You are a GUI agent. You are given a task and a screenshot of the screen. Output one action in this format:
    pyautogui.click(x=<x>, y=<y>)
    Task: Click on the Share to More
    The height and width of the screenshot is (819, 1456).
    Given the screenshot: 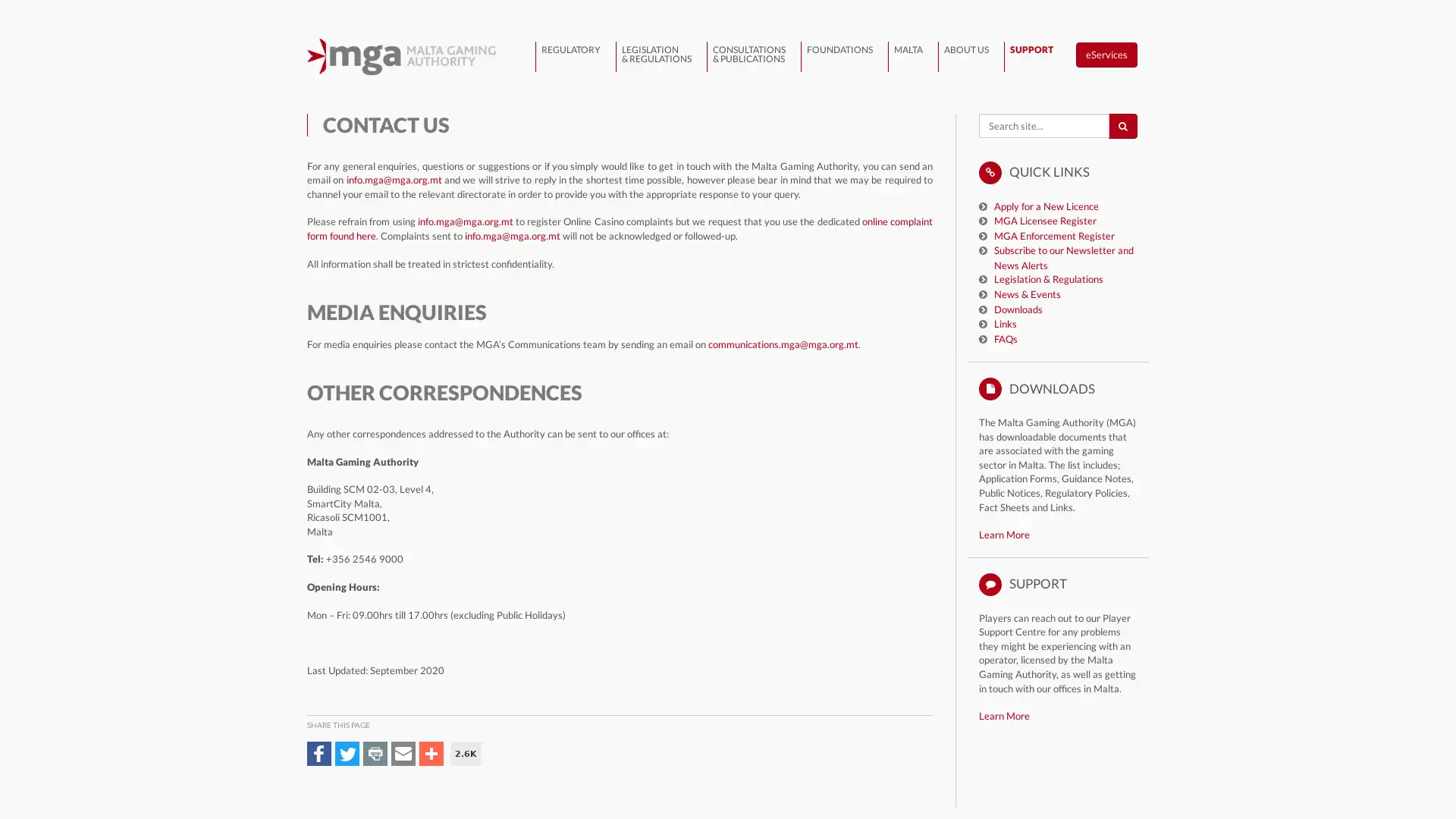 What is the action you would take?
    pyautogui.click(x=431, y=754)
    